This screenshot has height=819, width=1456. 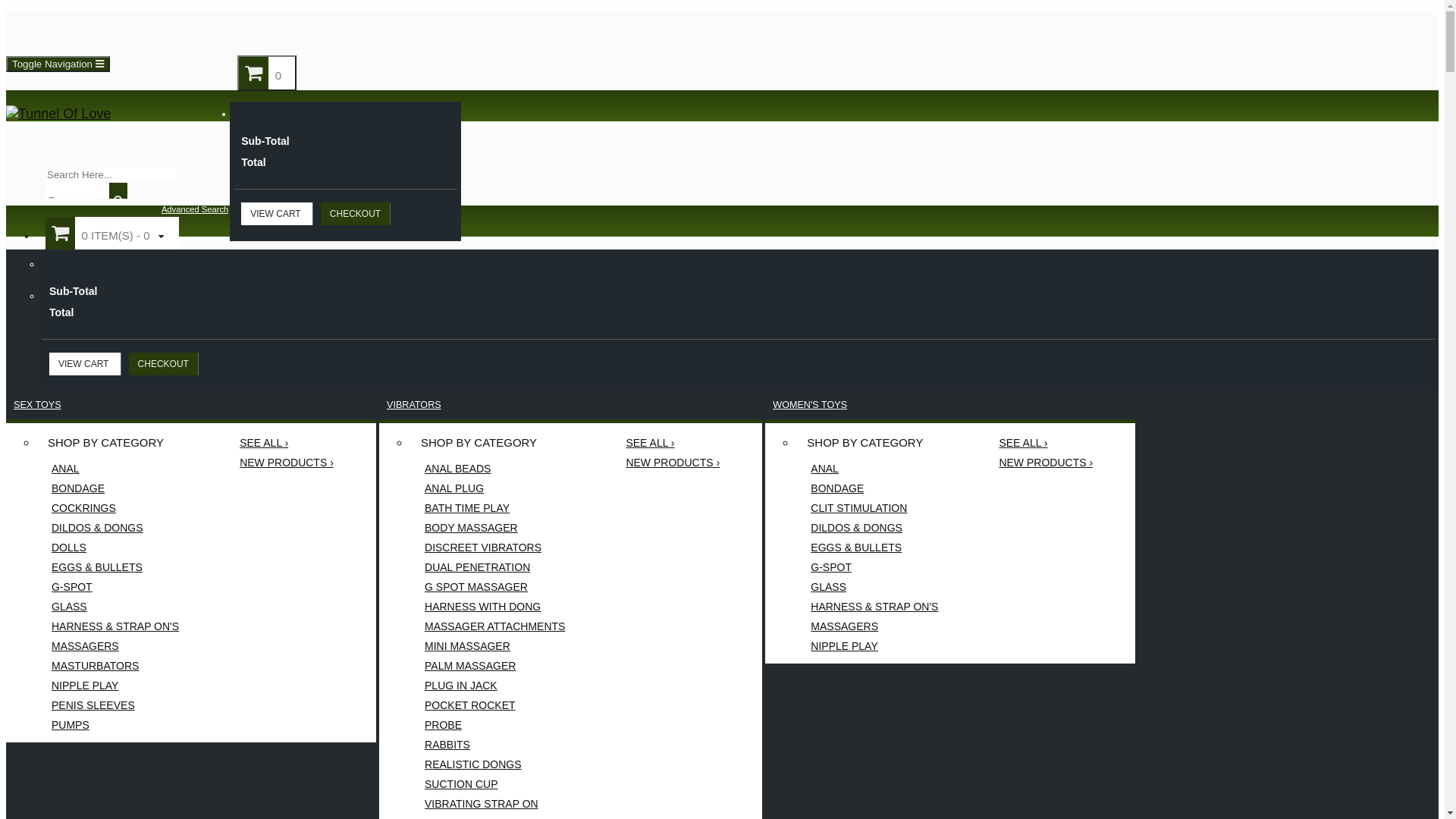 What do you see at coordinates (494, 803) in the screenshot?
I see `'VIBRATING STRAP ON'` at bounding box center [494, 803].